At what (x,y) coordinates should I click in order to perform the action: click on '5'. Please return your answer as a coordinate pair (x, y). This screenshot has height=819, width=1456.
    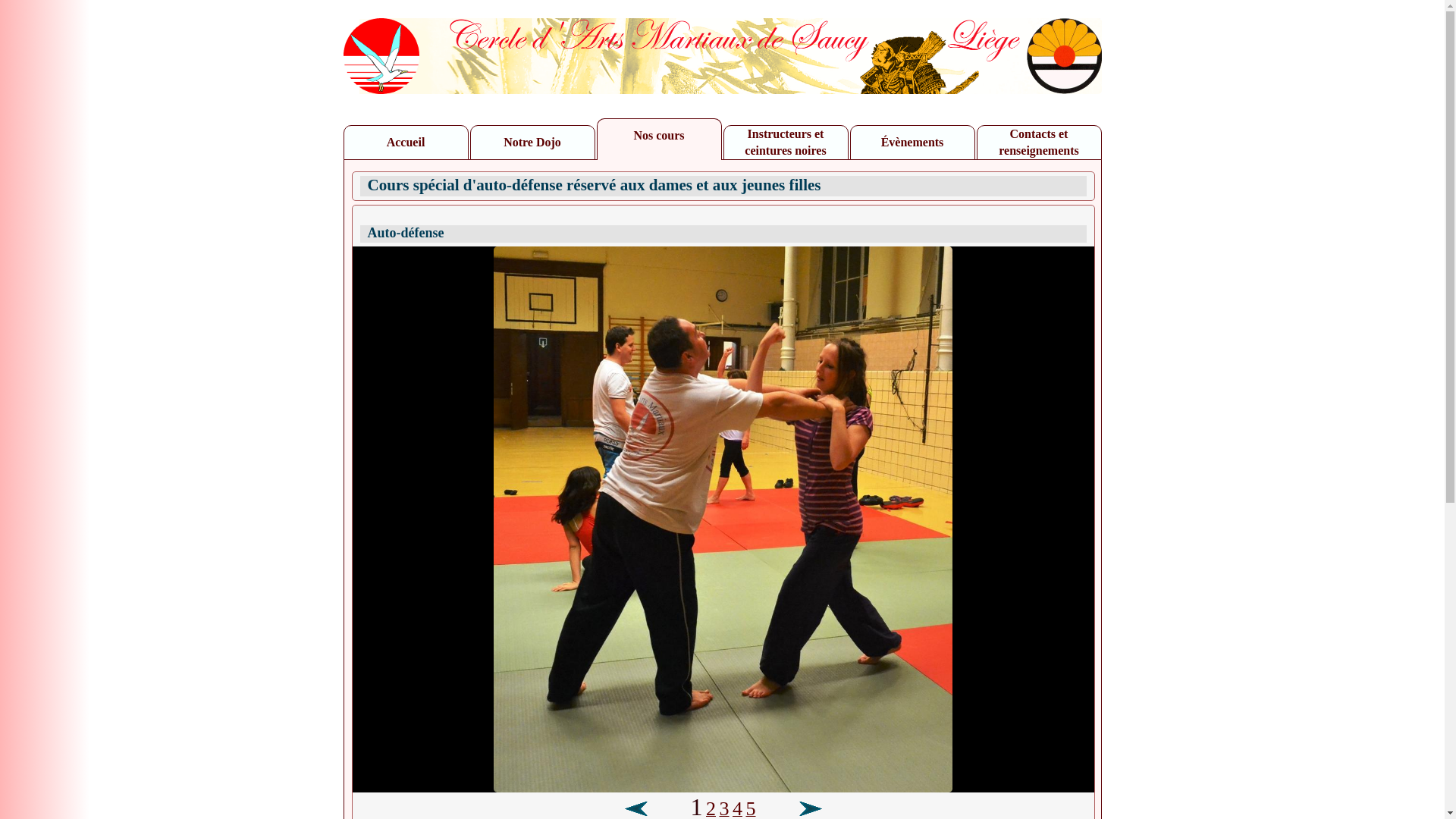
    Looking at the image, I should click on (751, 809).